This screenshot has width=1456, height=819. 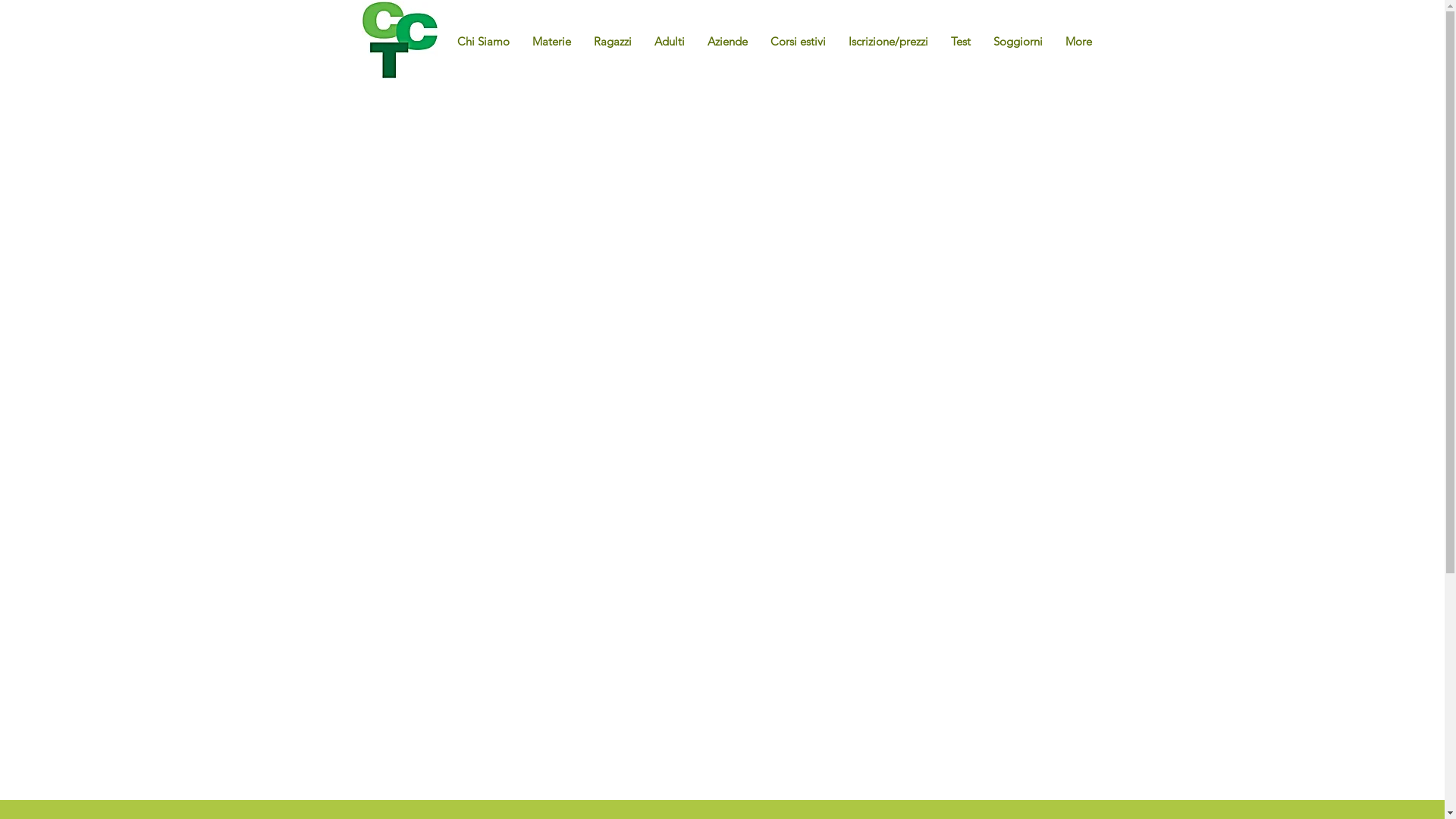 I want to click on 'Ragazzi', so click(x=541, y=34).